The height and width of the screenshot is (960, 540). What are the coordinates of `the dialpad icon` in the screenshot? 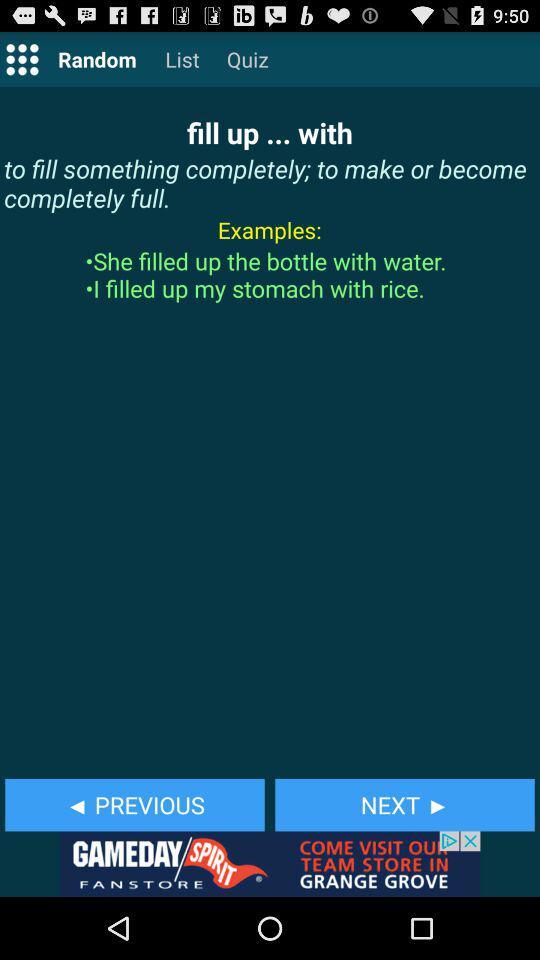 It's located at (21, 63).